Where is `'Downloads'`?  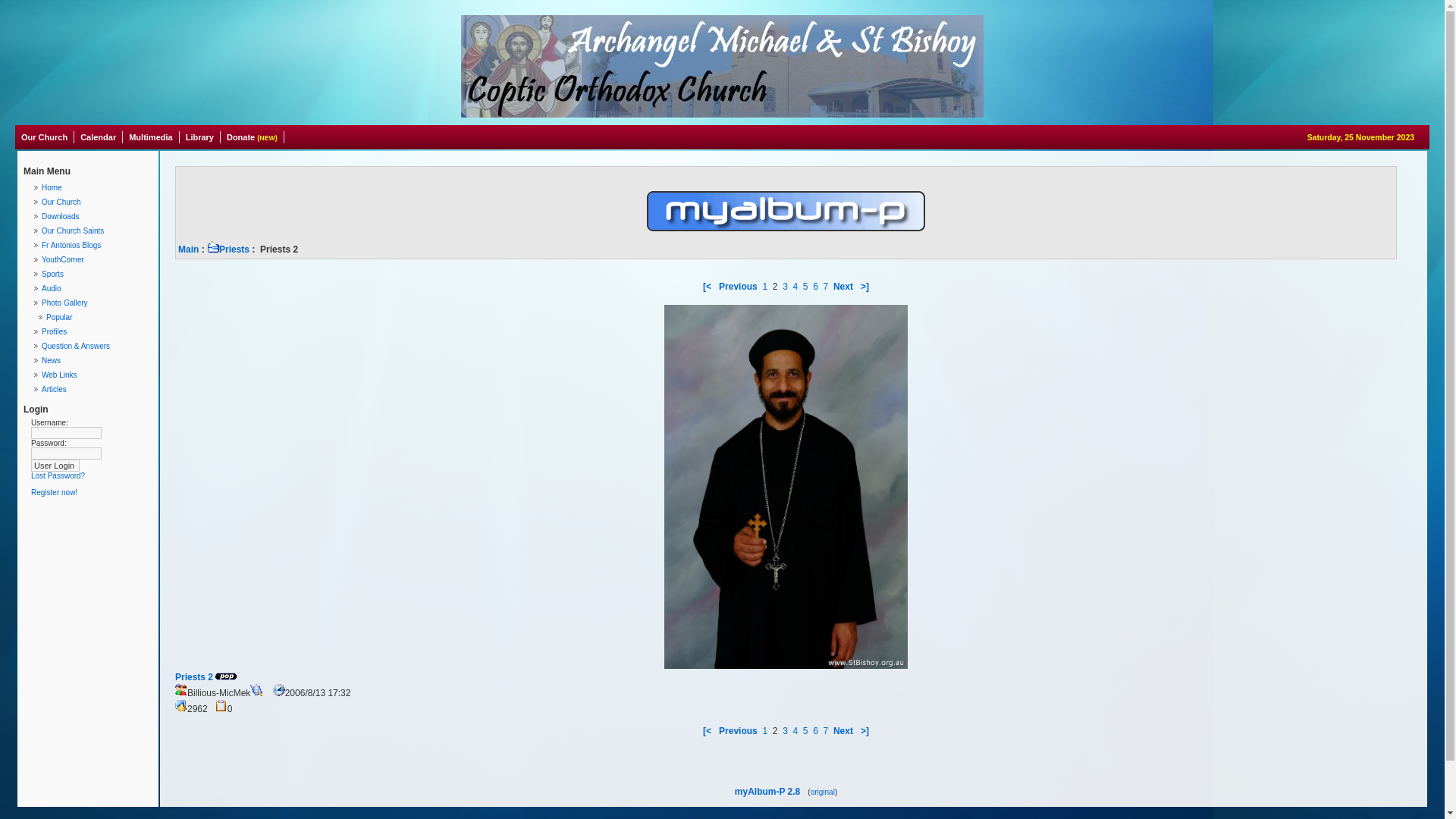 'Downloads' is located at coordinates (90, 216).